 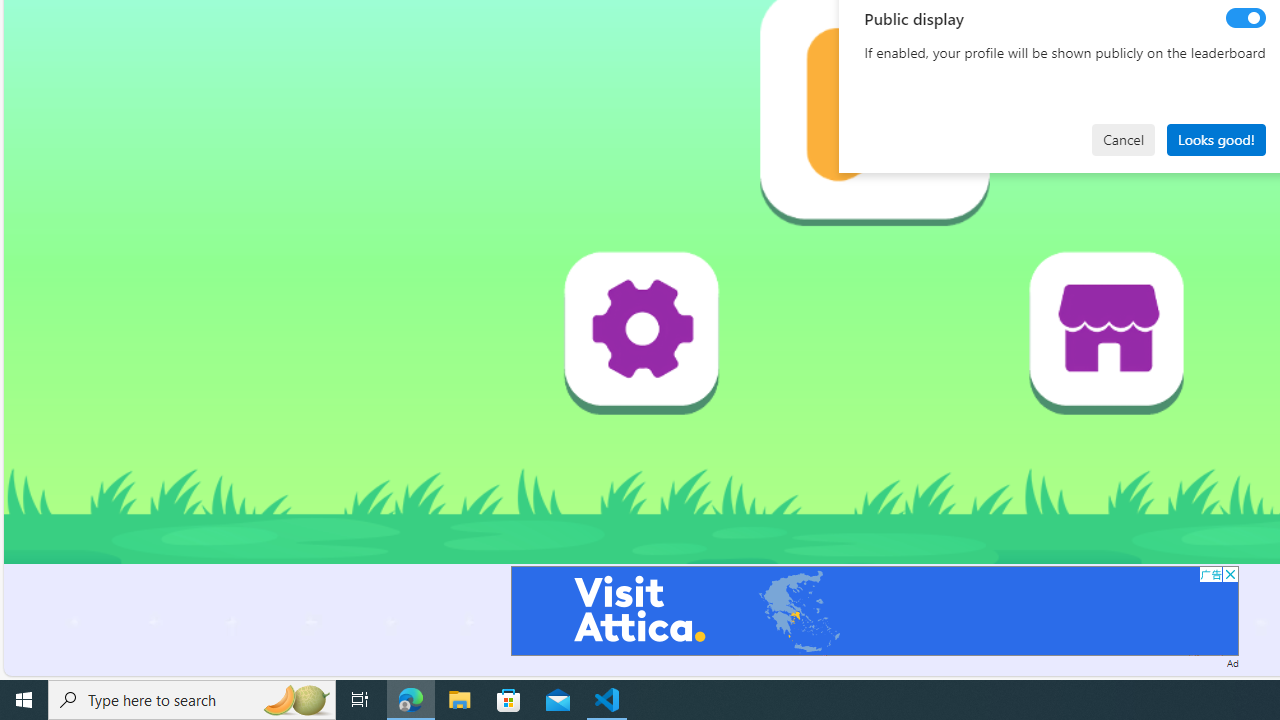 I want to click on 'Cancel', so click(x=1123, y=138).